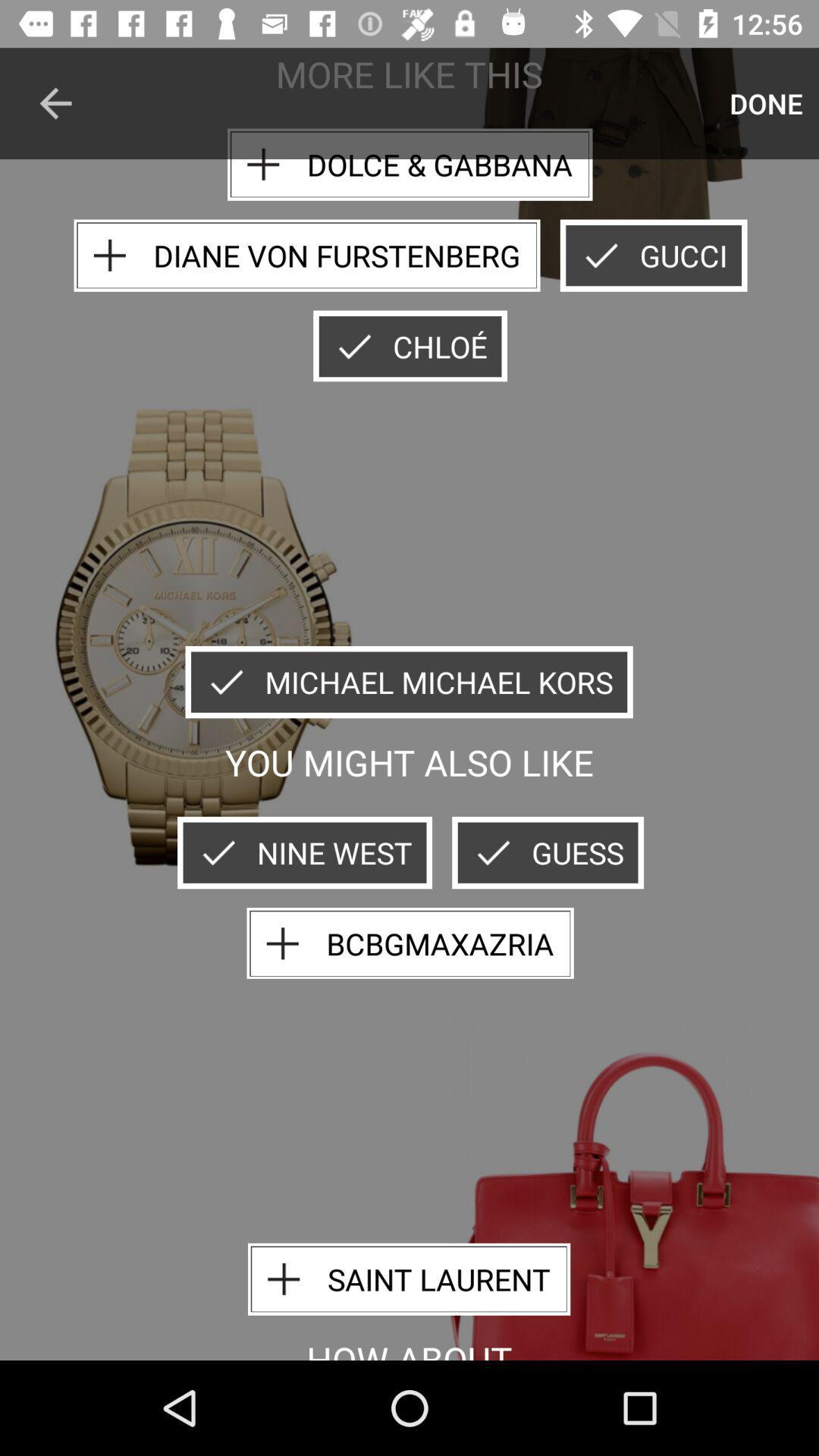  What do you see at coordinates (548, 852) in the screenshot?
I see `the guess` at bounding box center [548, 852].